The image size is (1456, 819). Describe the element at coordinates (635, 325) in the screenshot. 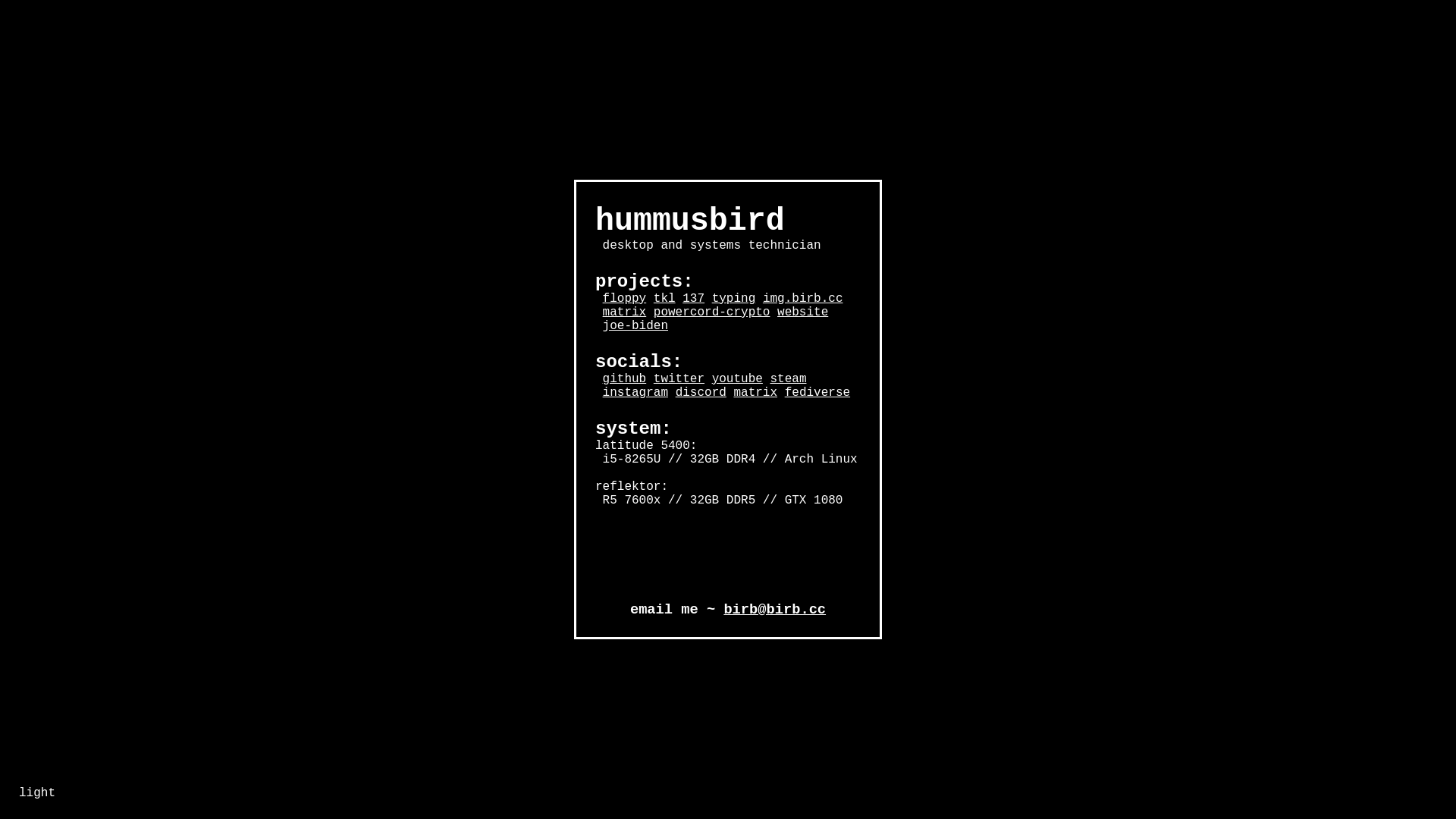

I see `'joe-biden'` at that location.